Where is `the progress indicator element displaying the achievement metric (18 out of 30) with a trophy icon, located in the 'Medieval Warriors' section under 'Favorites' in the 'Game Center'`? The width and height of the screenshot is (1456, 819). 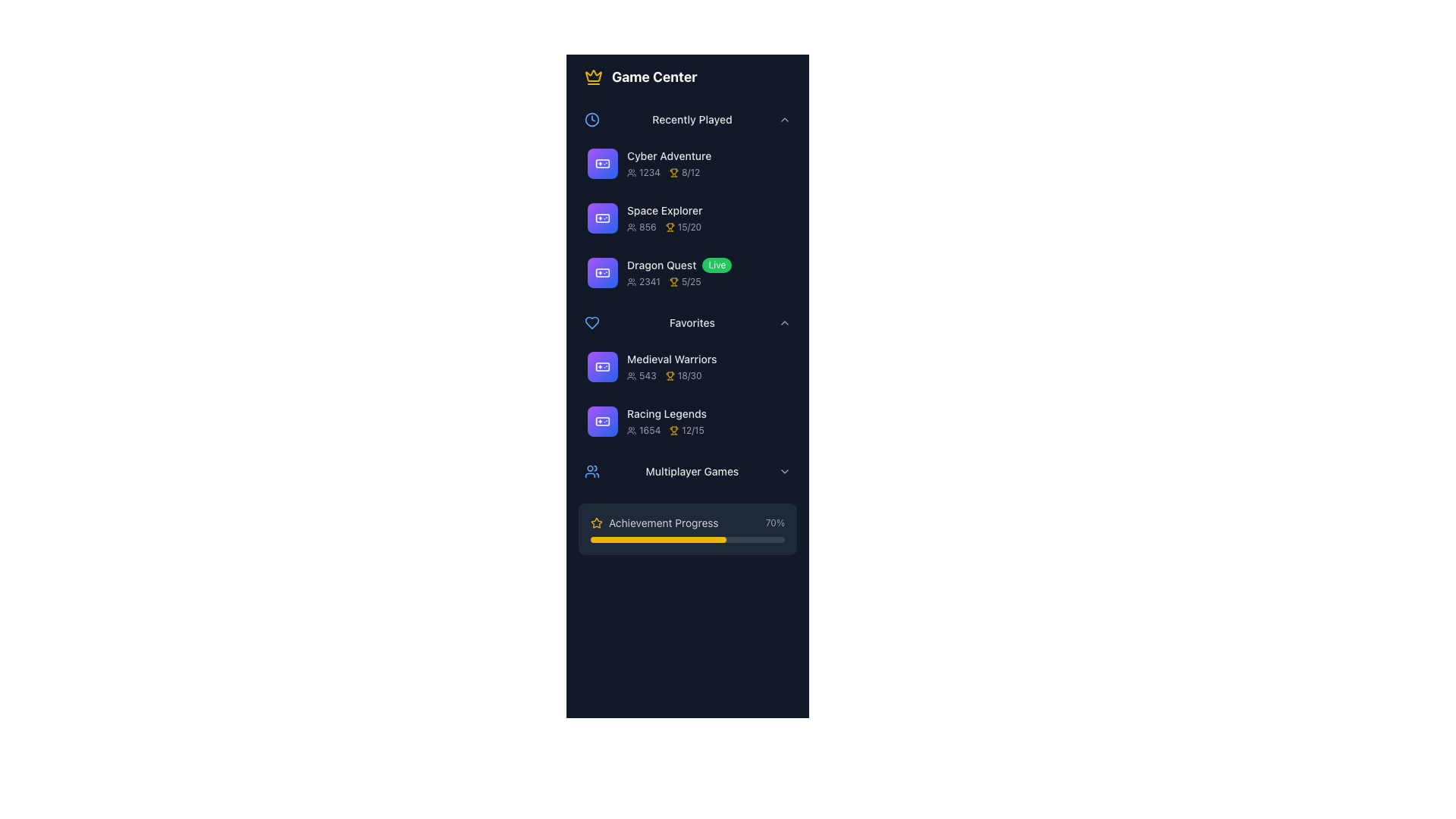 the progress indicator element displaying the achievement metric (18 out of 30) with a trophy icon, located in the 'Medieval Warriors' section under 'Favorites' in the 'Game Center' is located at coordinates (682, 375).